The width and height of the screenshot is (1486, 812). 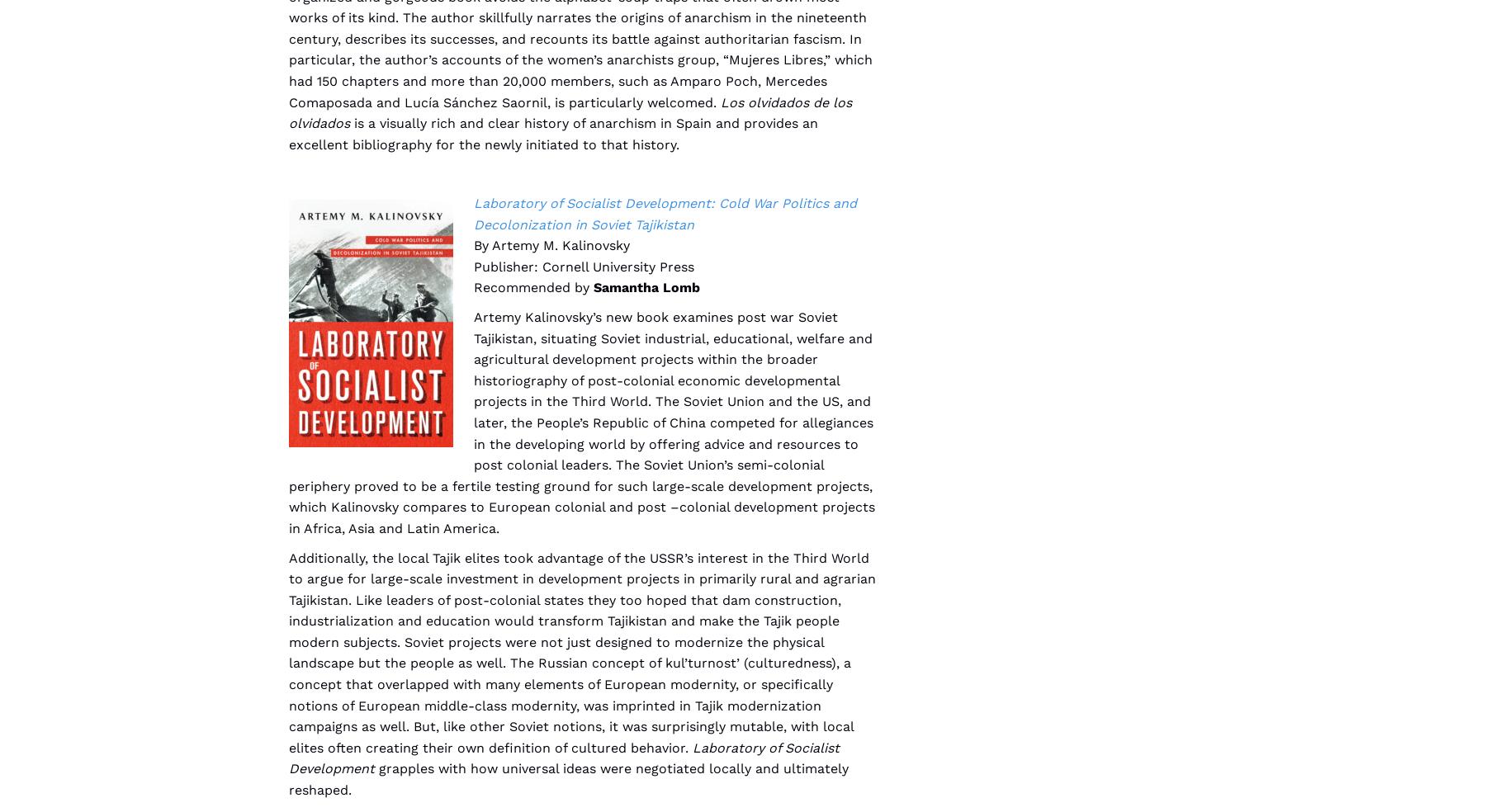 What do you see at coordinates (581, 651) in the screenshot?
I see `'Additionally, the local Tajik elites took advantage of the USSR’s interest in the Third World to argue for large-scale investment in development projects in primarily rural and agrarian Tajikistan. Like leaders of post-colonial states they too hoped that dam construction, industrialization and education would transform Tajikistan and make the Tajik people modern subjects. Soviet projects were not just designed to modernize the physical landscape but the people as well. The Russian concept of kul’turnost’ (culturedness), a concept that overlapped with many elements of European modernity, or specifically notions of European middle-class modernity, was imprinted in Tajik modernization campaigns as well. But, like other Soviet notions, it was surprisingly mutable, with local elites often creating their own definition of cultured behavior.'` at bounding box center [581, 651].